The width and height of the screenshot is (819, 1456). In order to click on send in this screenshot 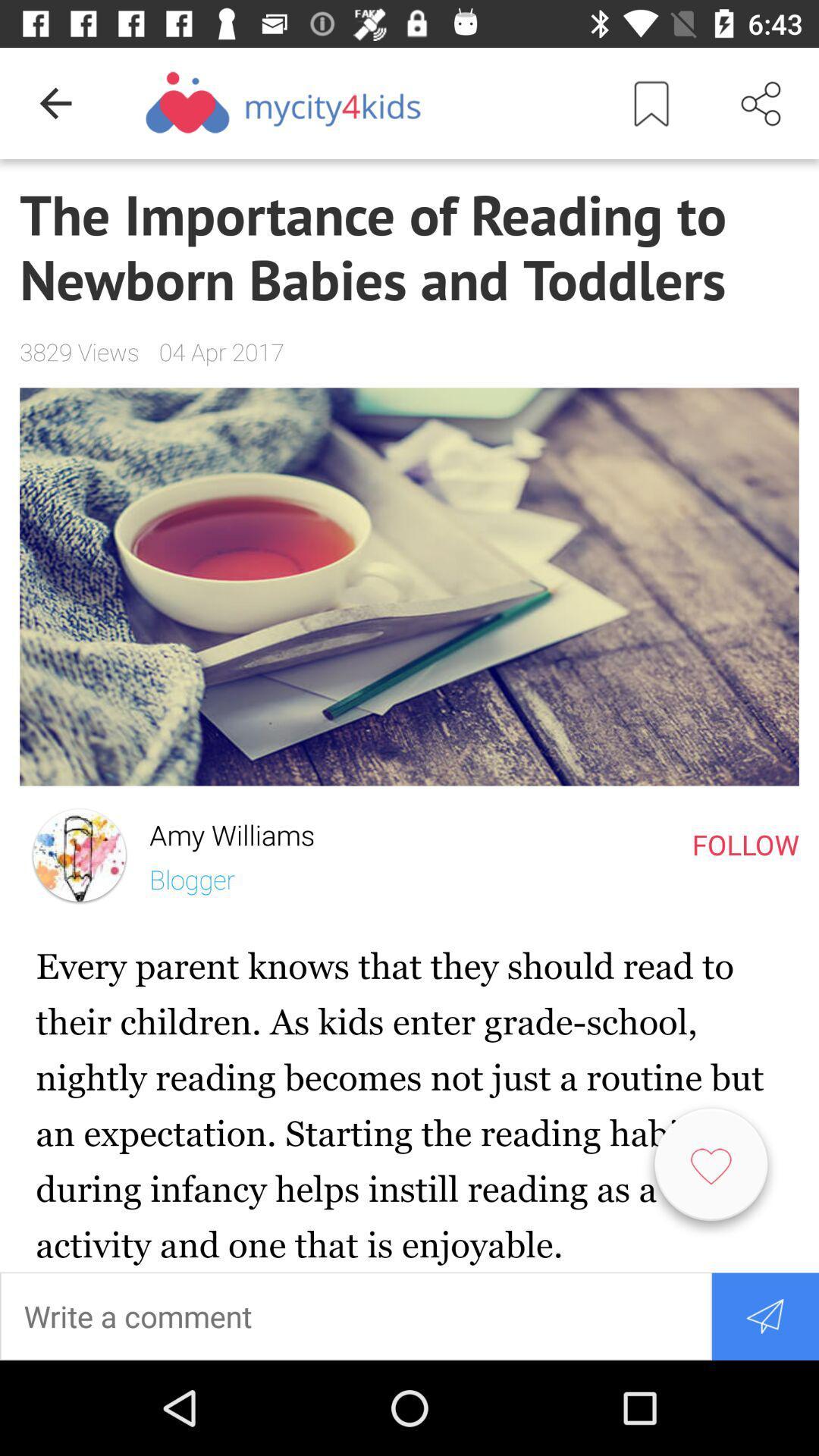, I will do `click(765, 1315)`.